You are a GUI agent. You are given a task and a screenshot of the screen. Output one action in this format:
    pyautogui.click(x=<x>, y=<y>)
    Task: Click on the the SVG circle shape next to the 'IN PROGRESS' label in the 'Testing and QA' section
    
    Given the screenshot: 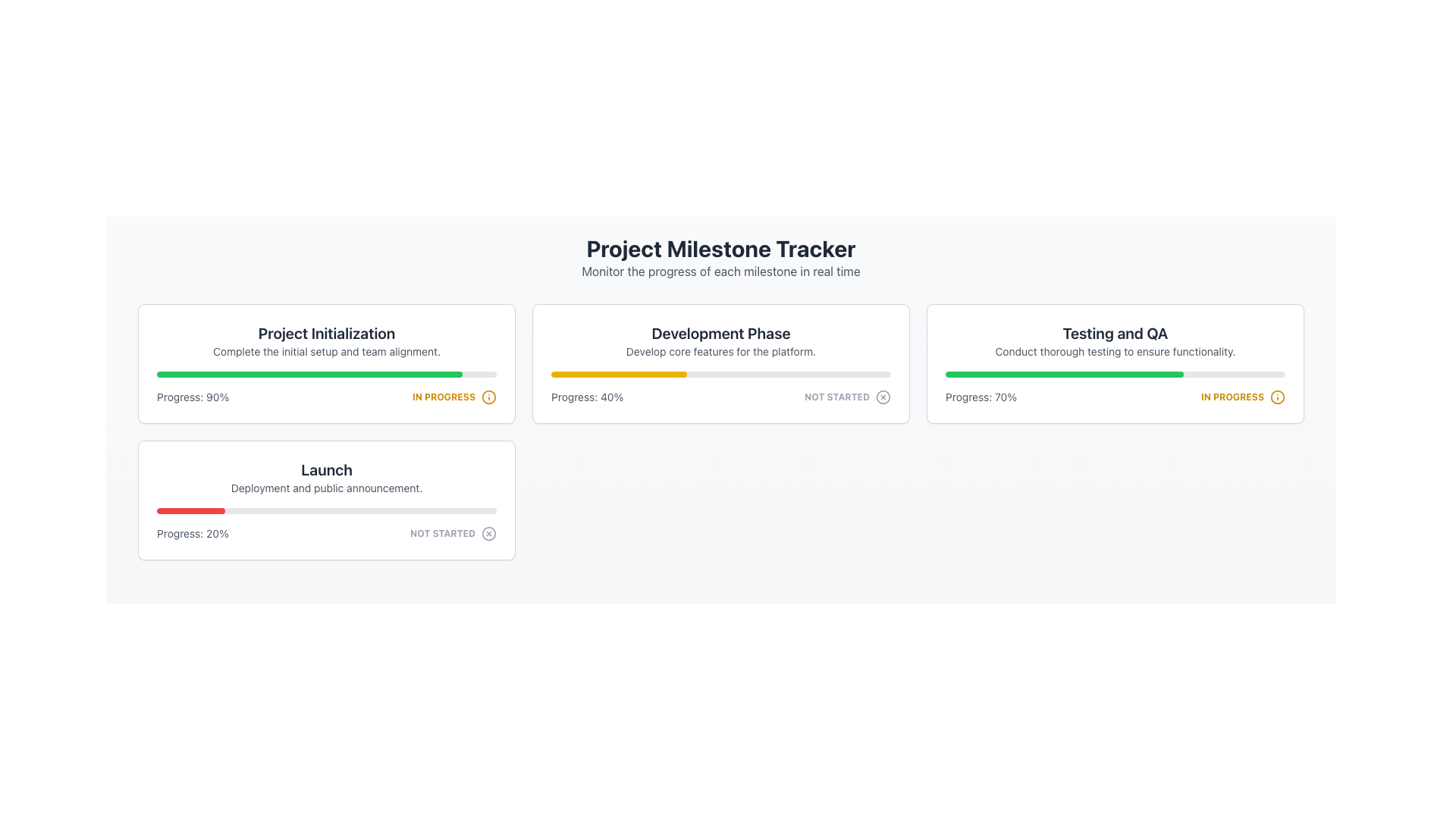 What is the action you would take?
    pyautogui.click(x=1276, y=397)
    